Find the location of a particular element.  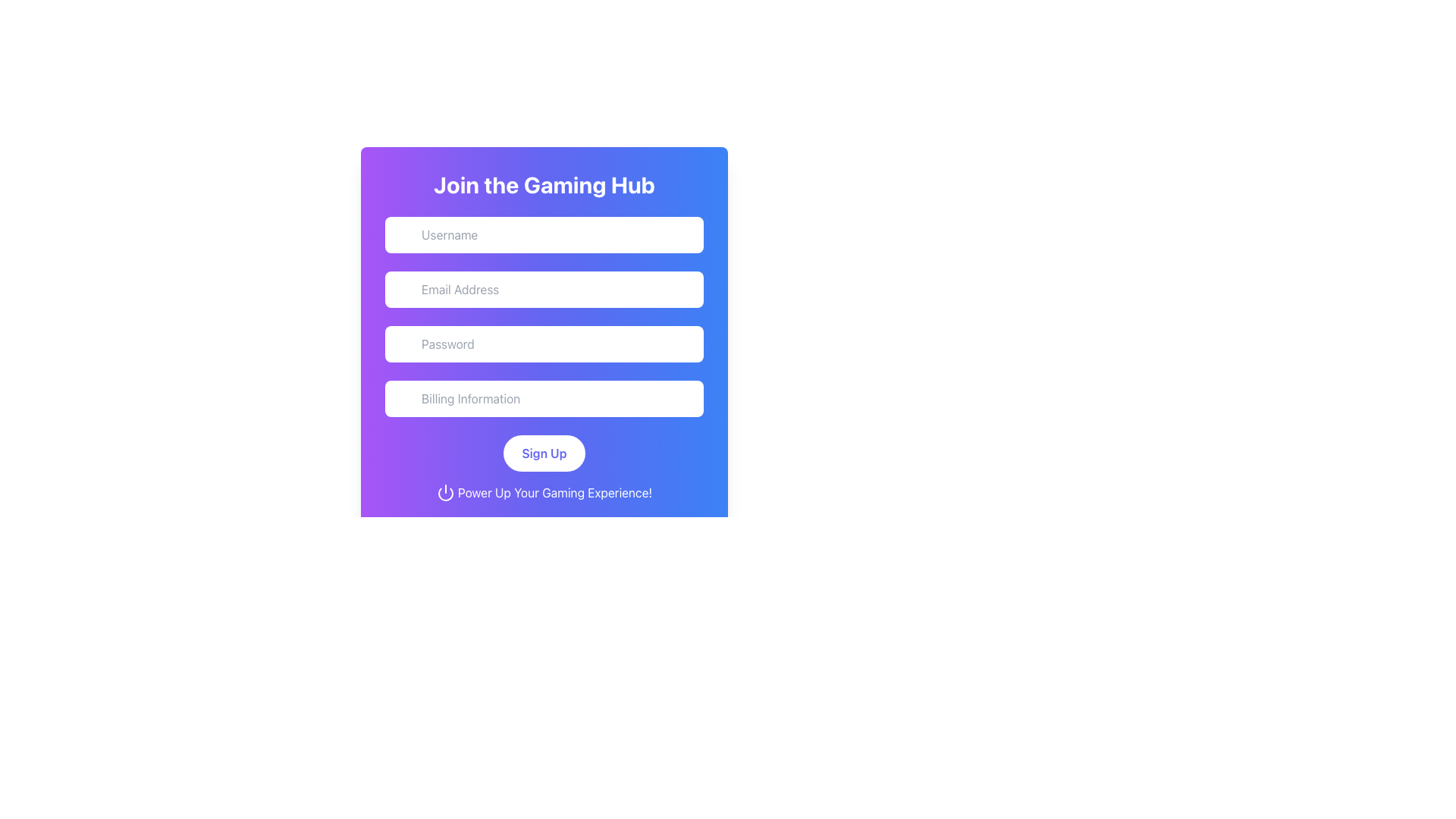

the Text Label with Icon located at the bottom of the gradient card layout, directly below the 'Sign Up' button, which is centrally aligned within the card is located at coordinates (544, 494).